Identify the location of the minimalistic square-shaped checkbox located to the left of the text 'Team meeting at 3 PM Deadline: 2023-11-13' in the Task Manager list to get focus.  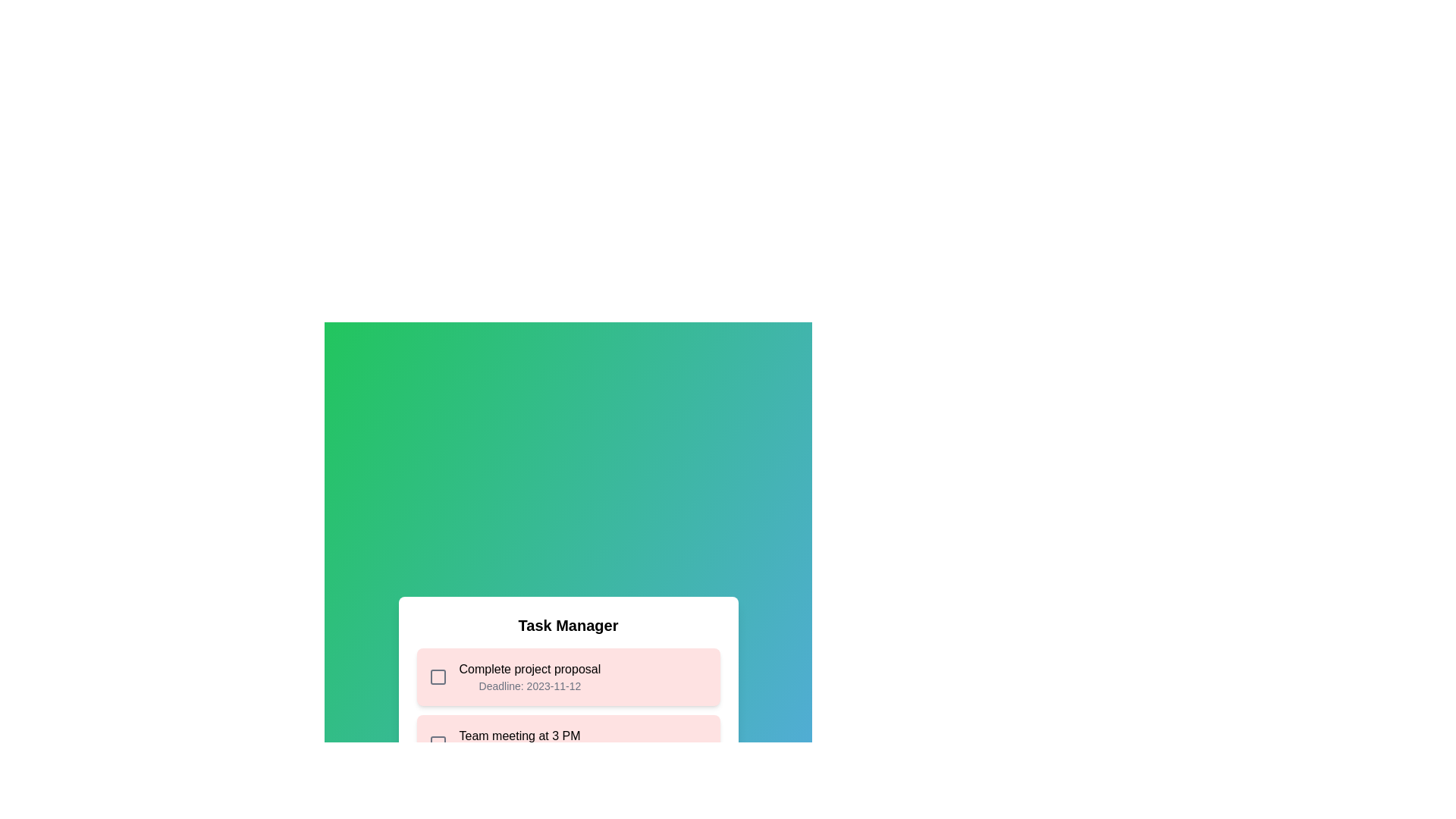
(437, 742).